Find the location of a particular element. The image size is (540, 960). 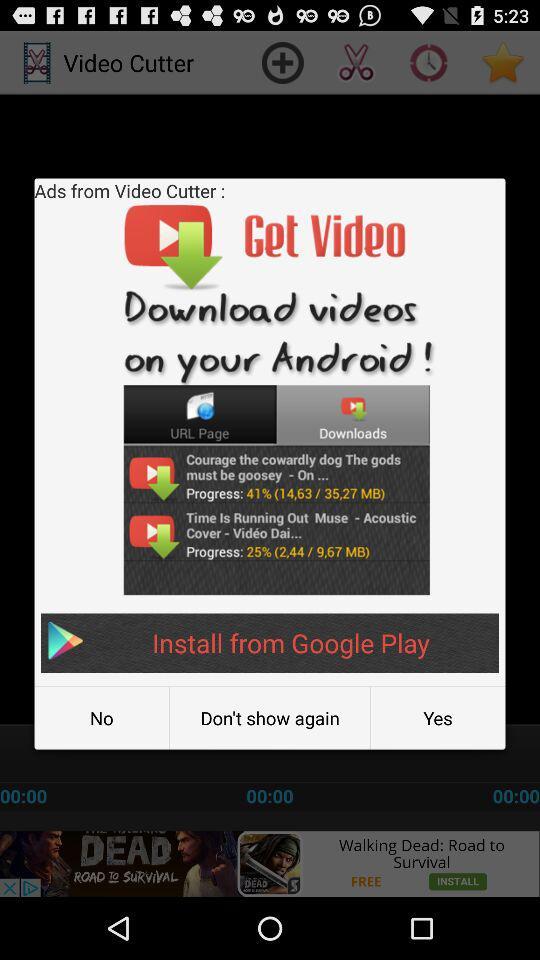

the item below the install from google icon is located at coordinates (437, 718).